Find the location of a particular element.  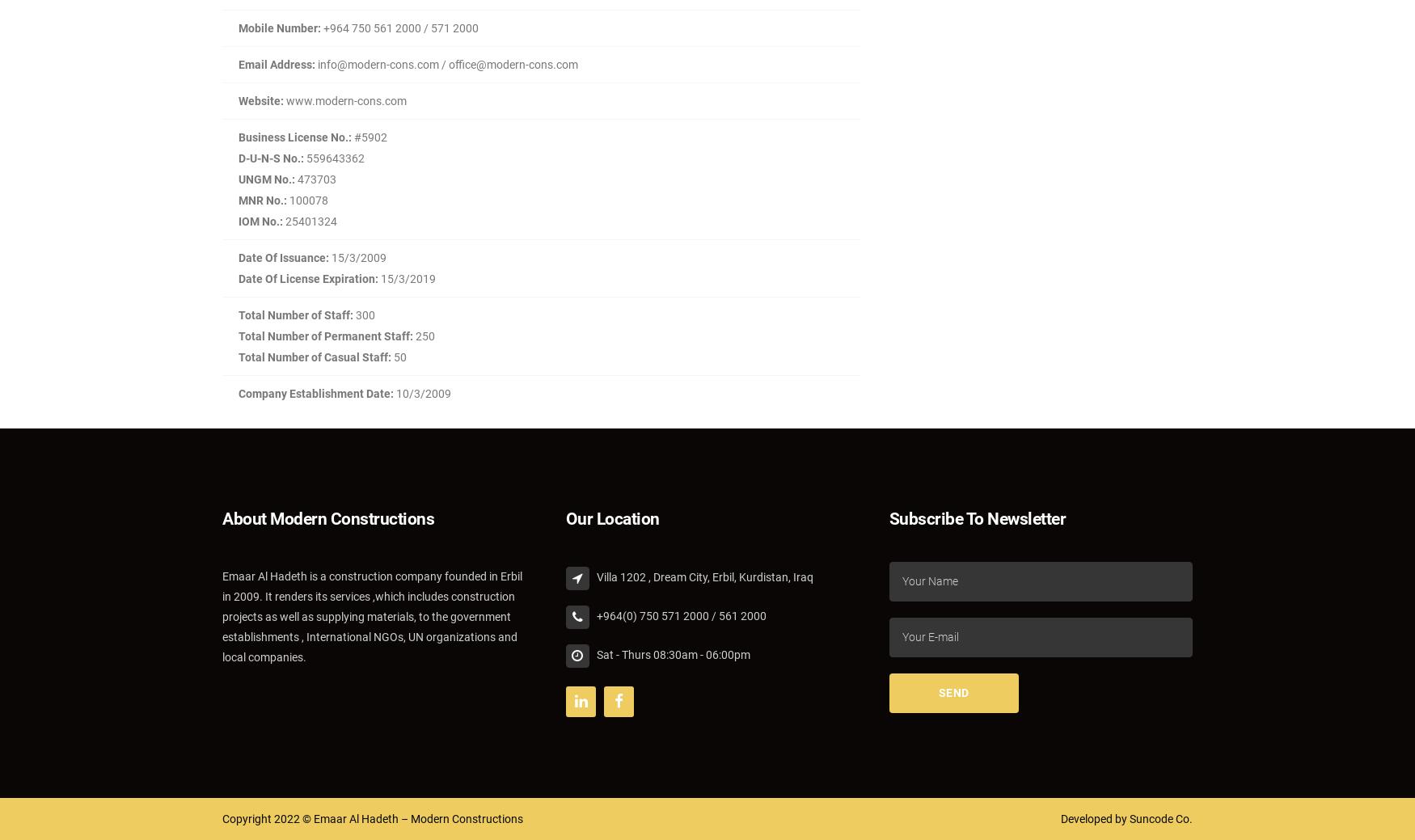

'Subscribe To Newsletter' is located at coordinates (889, 518).